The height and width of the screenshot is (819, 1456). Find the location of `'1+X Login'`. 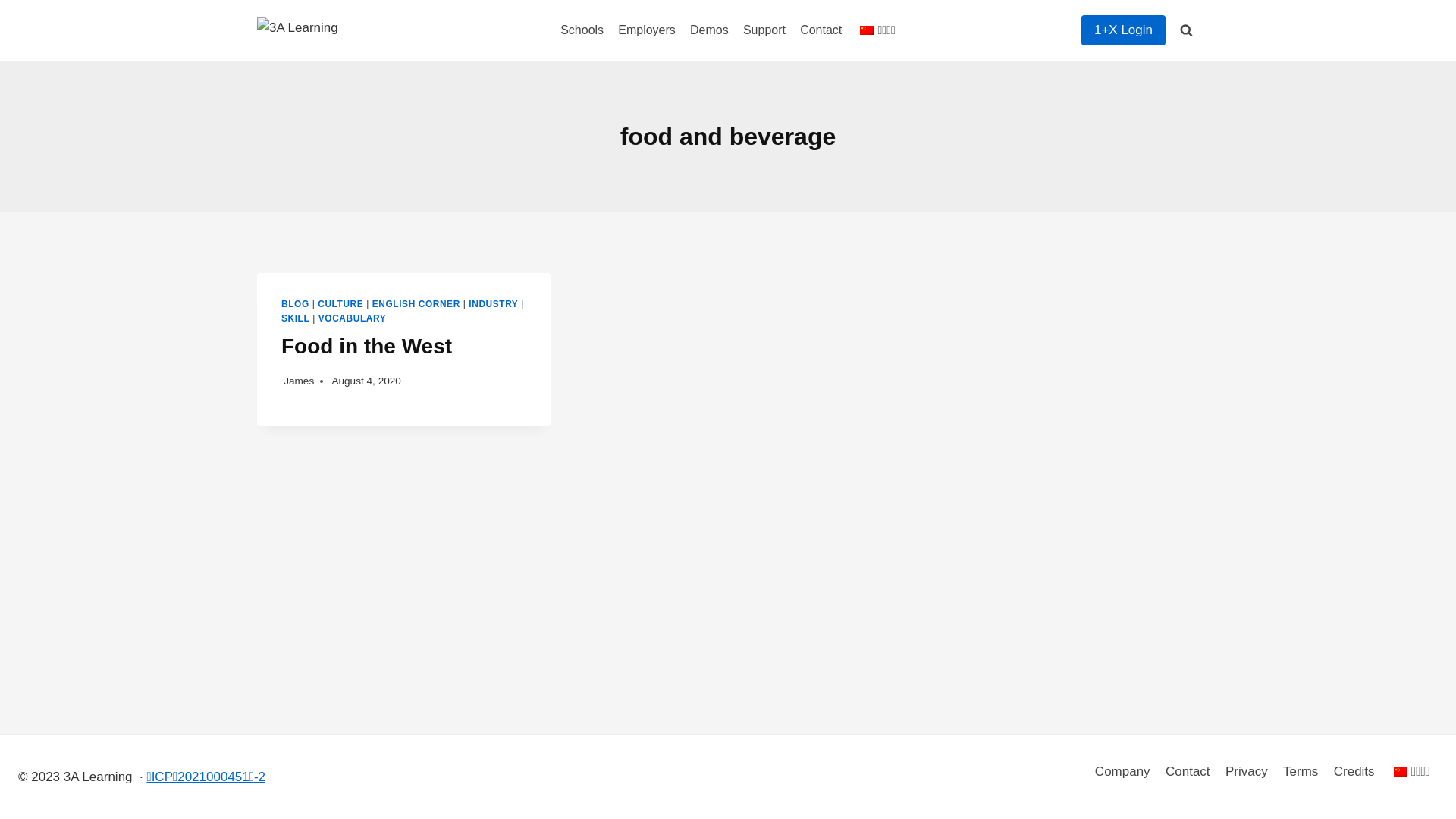

'1+X Login' is located at coordinates (1123, 30).